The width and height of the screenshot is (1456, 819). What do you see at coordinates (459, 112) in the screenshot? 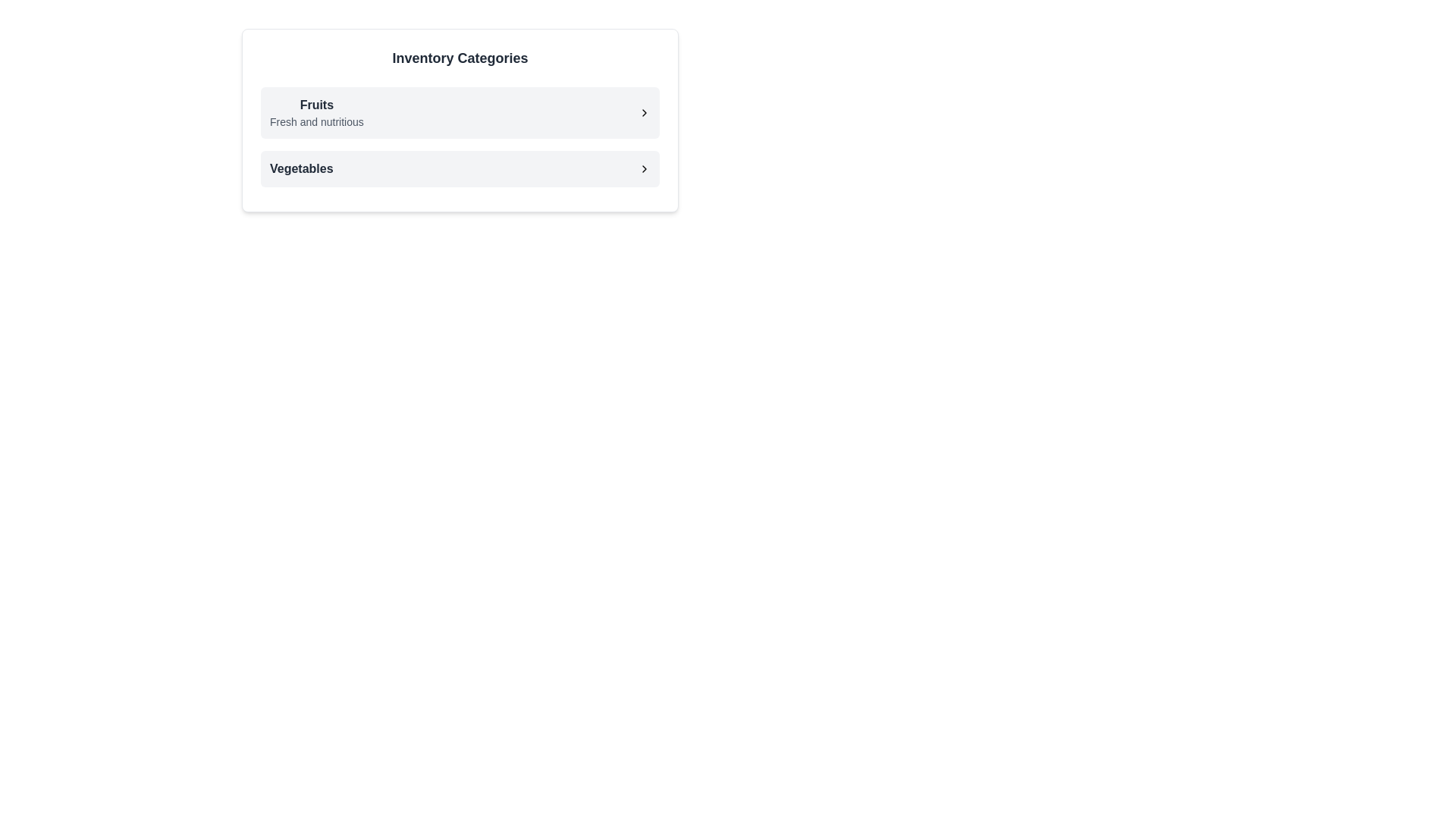
I see `the selectable list item representing the category 'Fruits'` at bounding box center [459, 112].